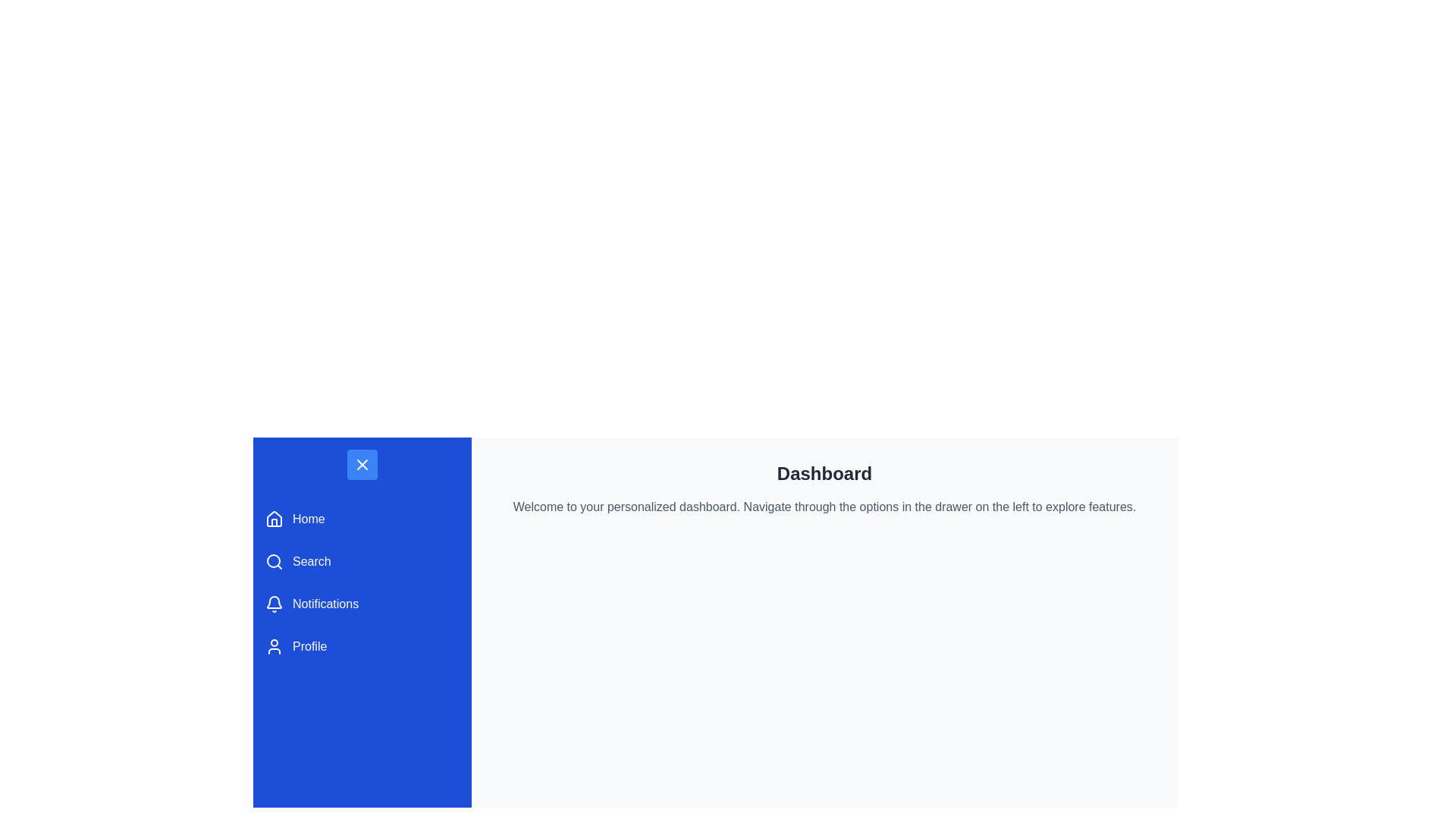 This screenshot has height=819, width=1456. I want to click on the 'Search' text label located on the left-hand sidebar, so click(311, 561).